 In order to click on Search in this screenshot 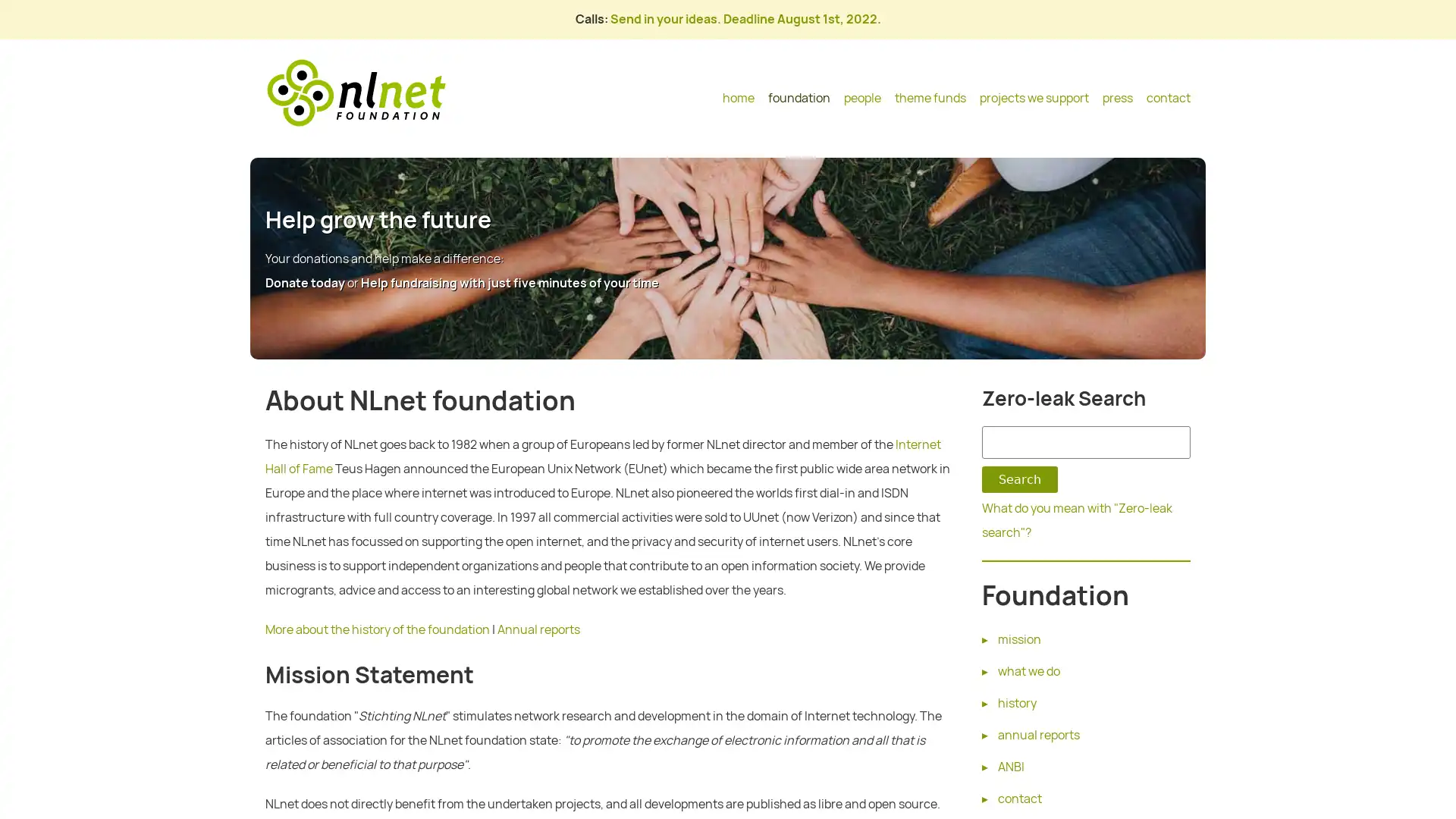, I will do `click(1019, 479)`.